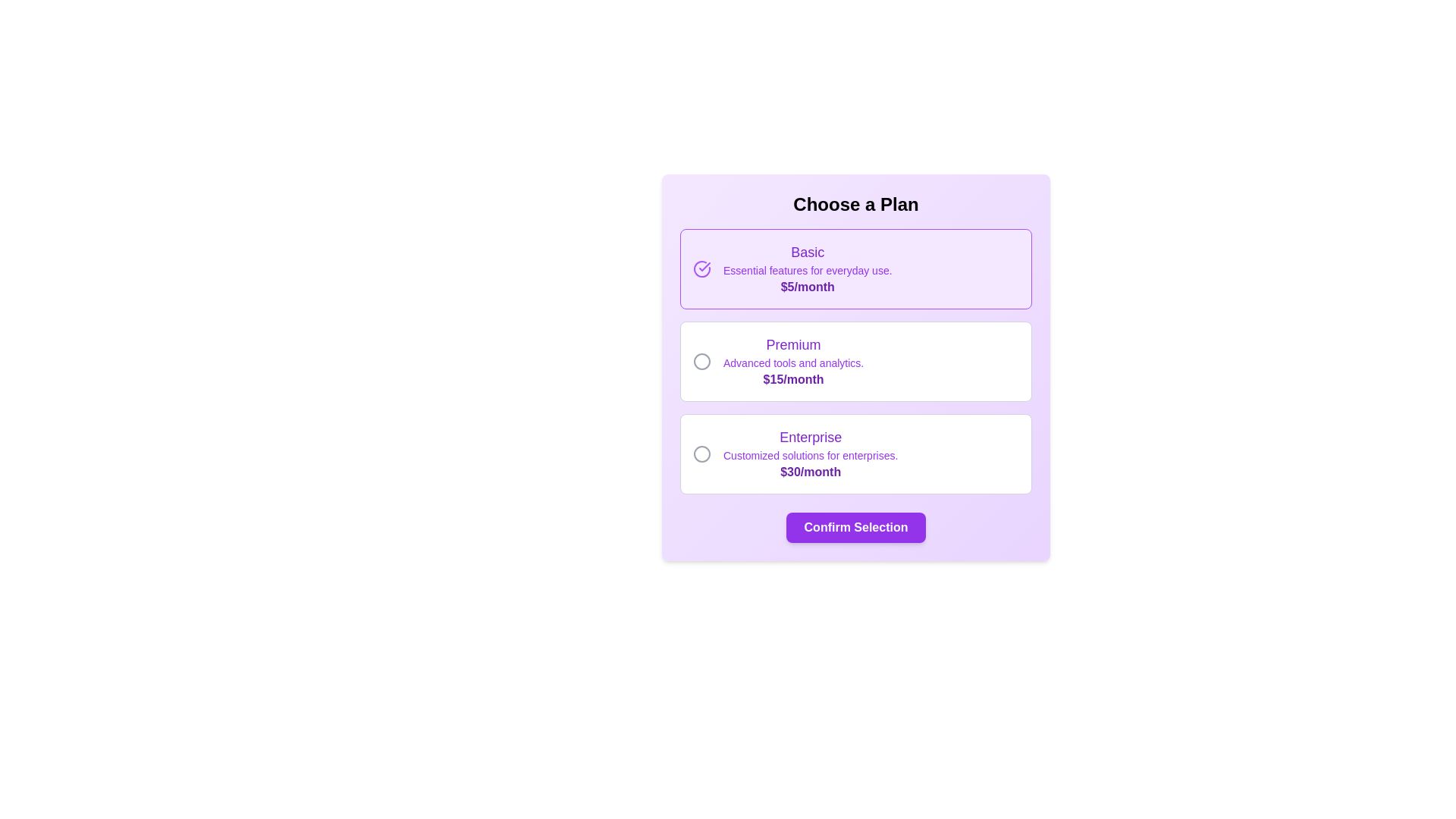 The image size is (1456, 819). What do you see at coordinates (701, 453) in the screenshot?
I see `the circular icon representing the selection indicator located to the left of the 'Enterprise' text` at bounding box center [701, 453].